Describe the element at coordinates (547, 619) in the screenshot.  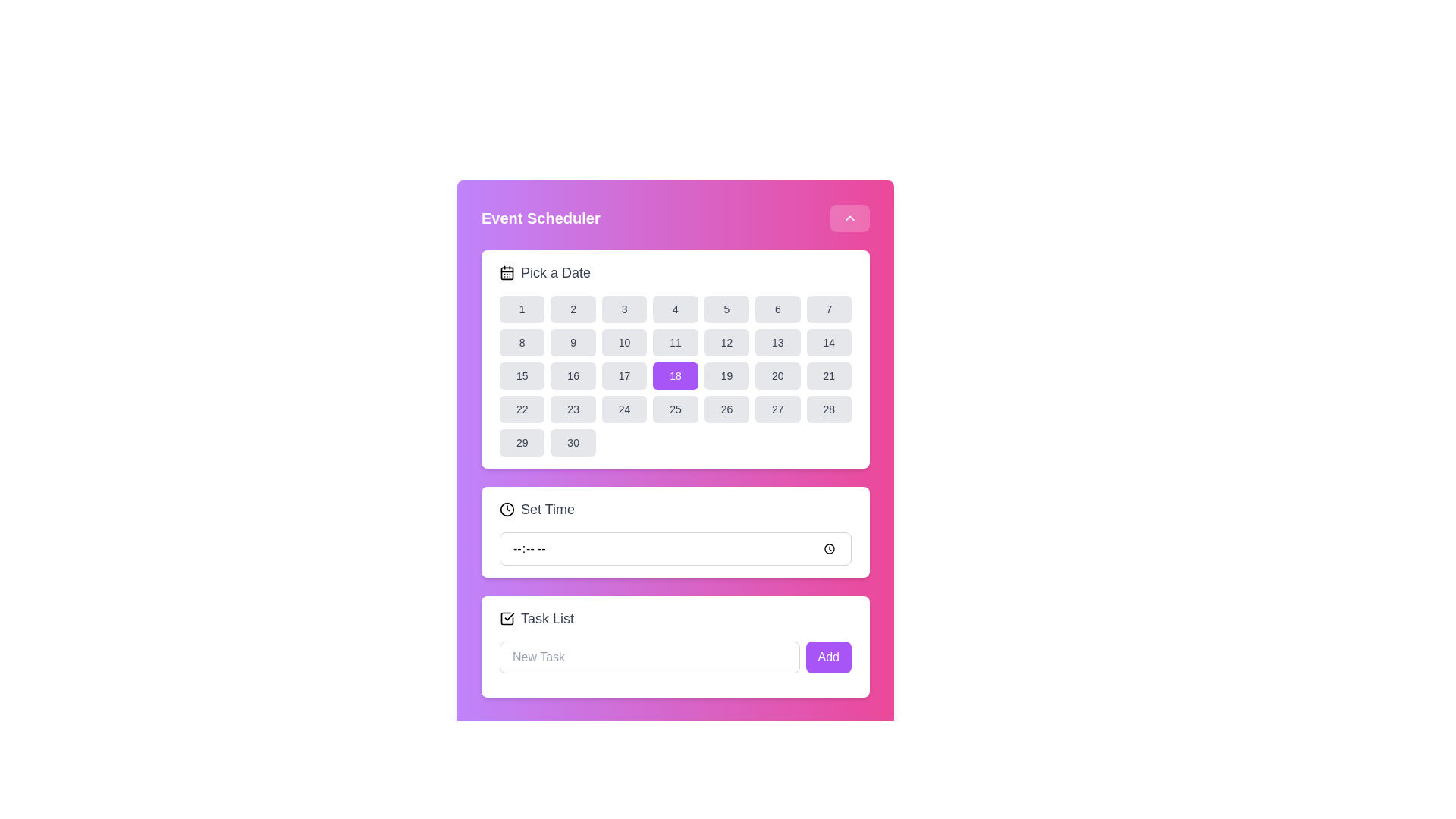
I see `the 'Task List' label, which is a gray text label with medium font weight located in the task management section above the 'New Task' input field` at that location.